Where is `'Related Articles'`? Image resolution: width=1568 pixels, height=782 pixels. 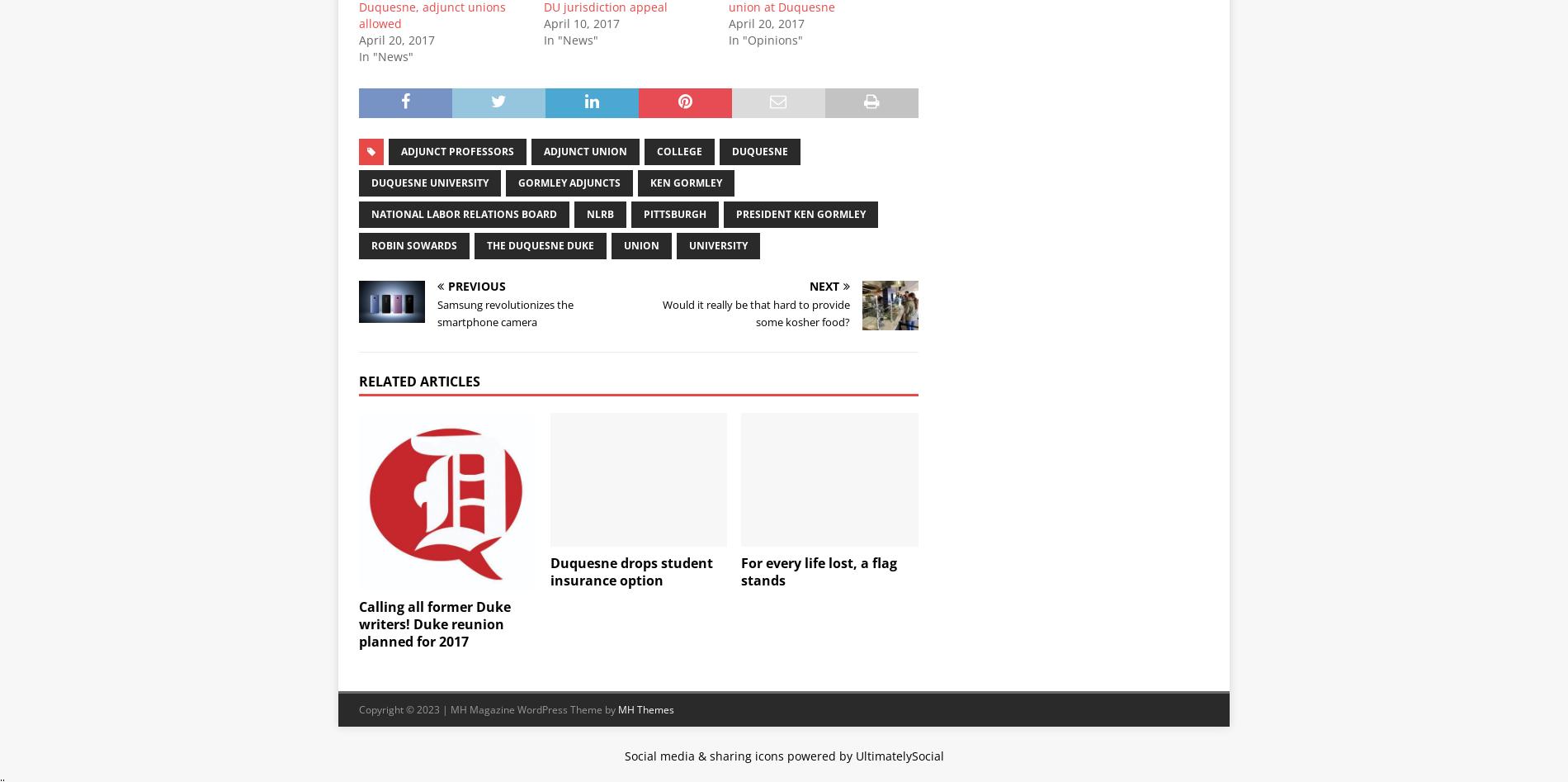 'Related Articles' is located at coordinates (357, 380).